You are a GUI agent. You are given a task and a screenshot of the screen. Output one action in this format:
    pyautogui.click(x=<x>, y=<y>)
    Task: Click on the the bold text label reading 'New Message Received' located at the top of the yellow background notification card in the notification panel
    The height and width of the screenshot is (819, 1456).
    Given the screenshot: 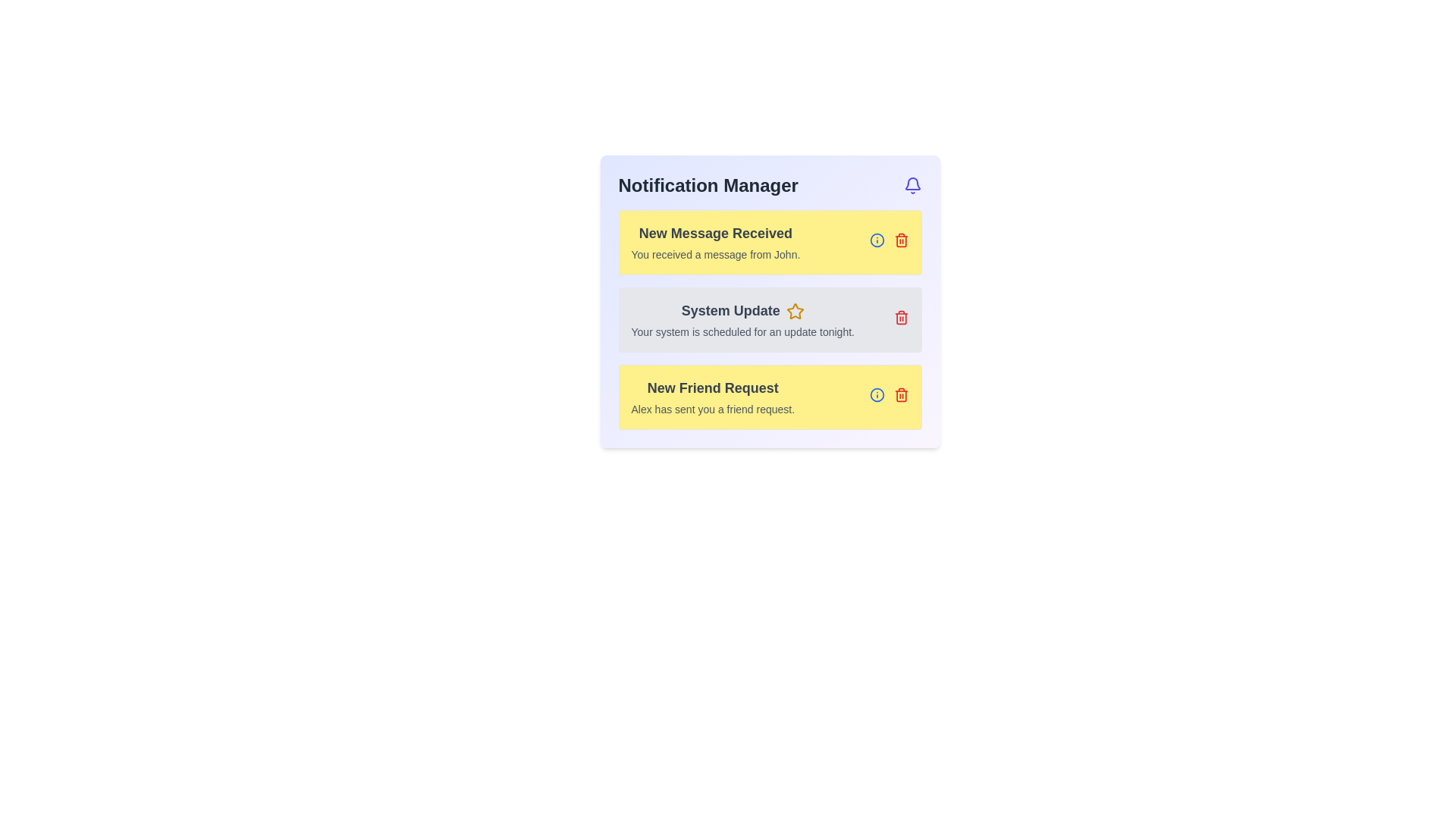 What is the action you would take?
    pyautogui.click(x=714, y=234)
    